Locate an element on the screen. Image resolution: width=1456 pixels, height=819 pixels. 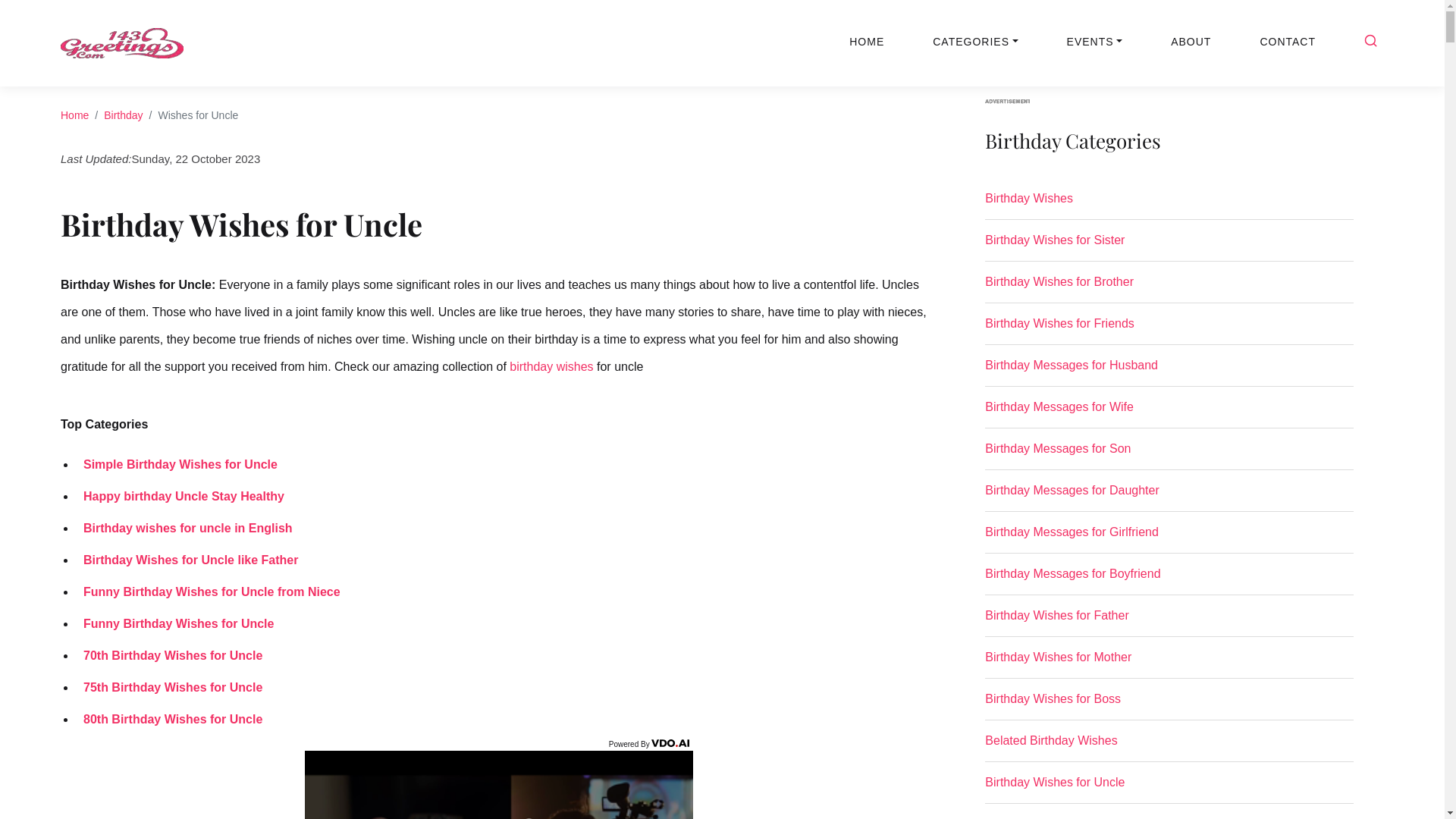
'Birthday Messages for Wife' is located at coordinates (1168, 413).